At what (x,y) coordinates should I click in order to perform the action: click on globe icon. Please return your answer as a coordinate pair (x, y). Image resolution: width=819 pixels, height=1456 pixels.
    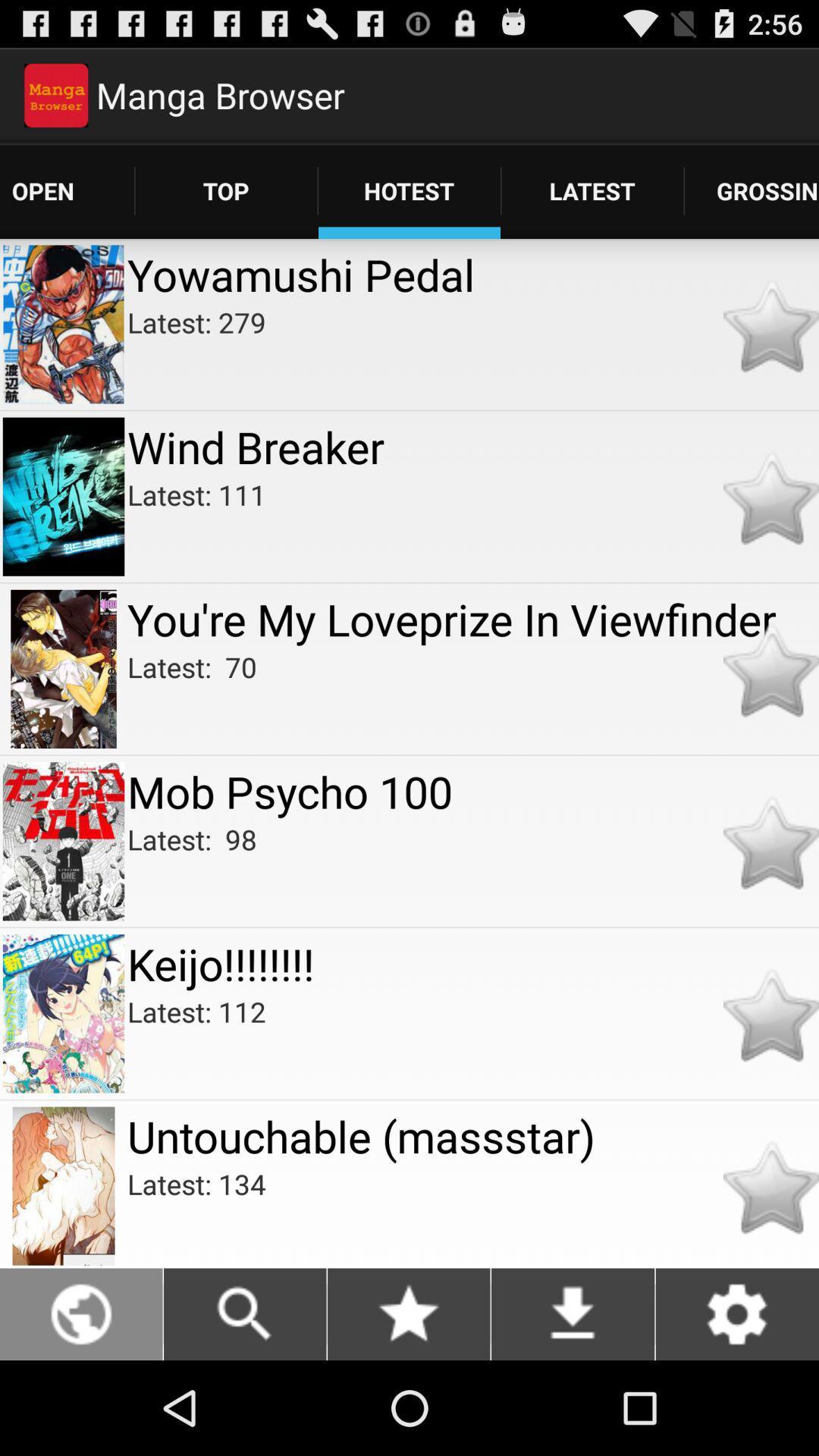
    Looking at the image, I should click on (81, 1313).